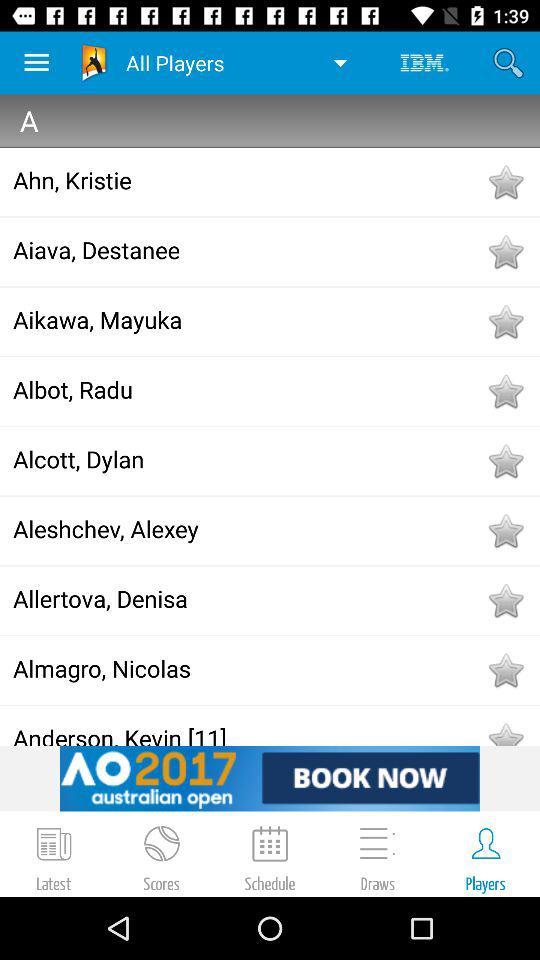 This screenshot has width=540, height=960. Describe the element at coordinates (248, 459) in the screenshot. I see `alcott, dylan` at that location.